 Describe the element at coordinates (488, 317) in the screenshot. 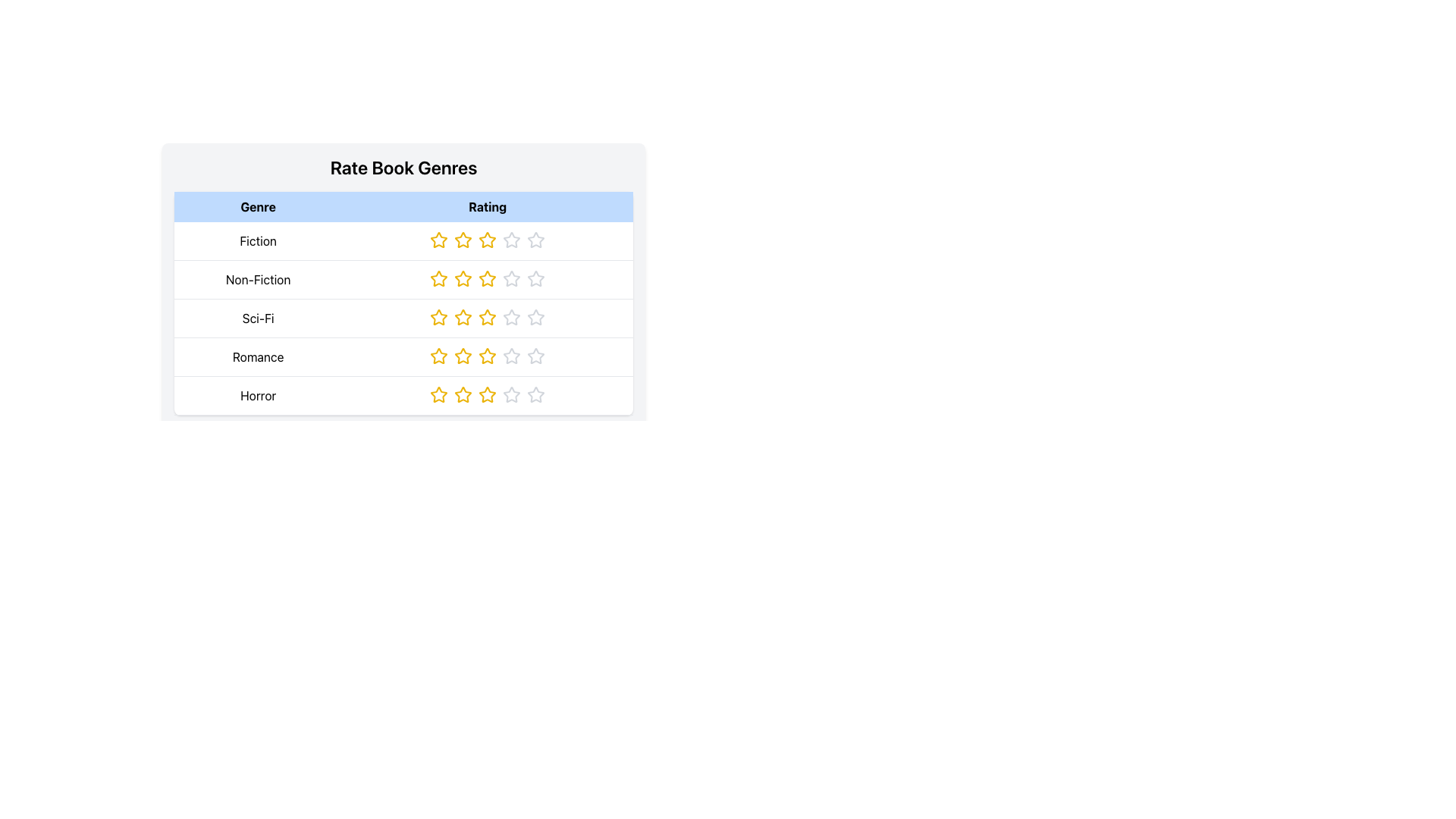

I see `the third star in the 'Sci-Fi' row under the 'Rating' column` at that location.